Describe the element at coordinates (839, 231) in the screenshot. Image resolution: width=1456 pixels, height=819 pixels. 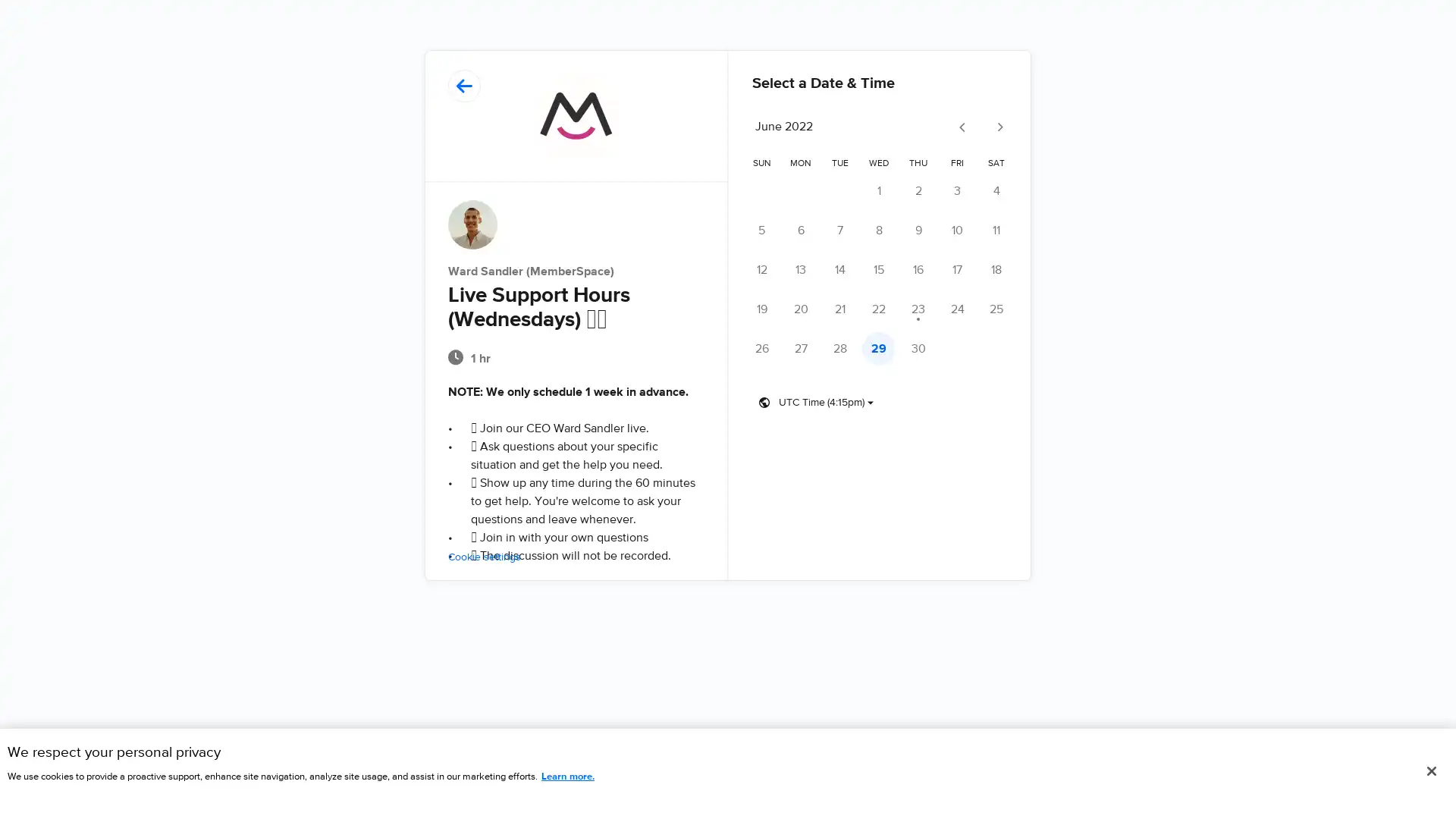
I see `Tuesday, June 7 - No times available` at that location.